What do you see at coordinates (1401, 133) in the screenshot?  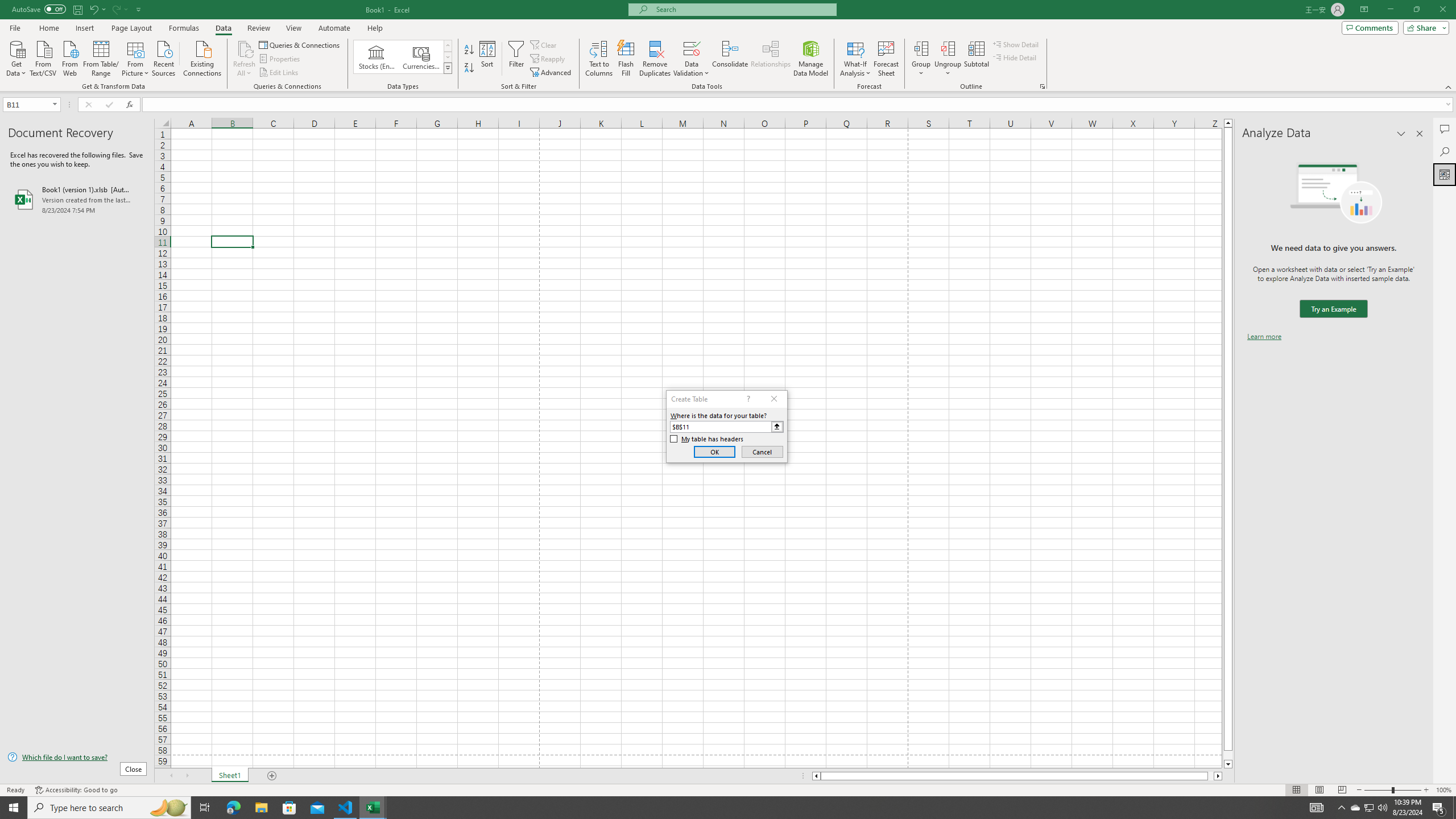 I see `'Task Pane Options'` at bounding box center [1401, 133].